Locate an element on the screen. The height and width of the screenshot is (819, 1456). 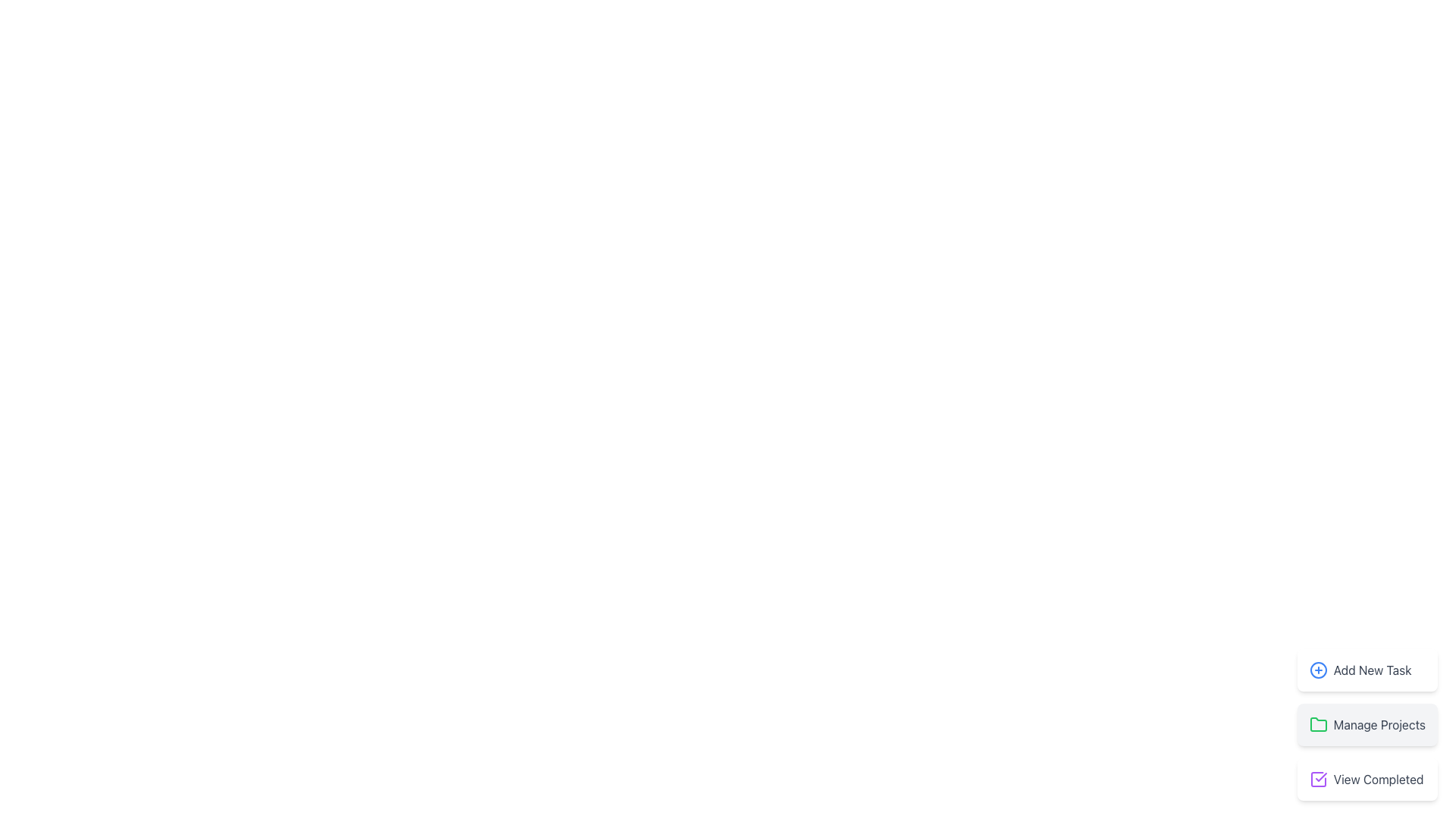
the 'Manage Projects' text label, which is styled in gray and located adjacent to a green folder icon in a horizontal layout is located at coordinates (1379, 724).